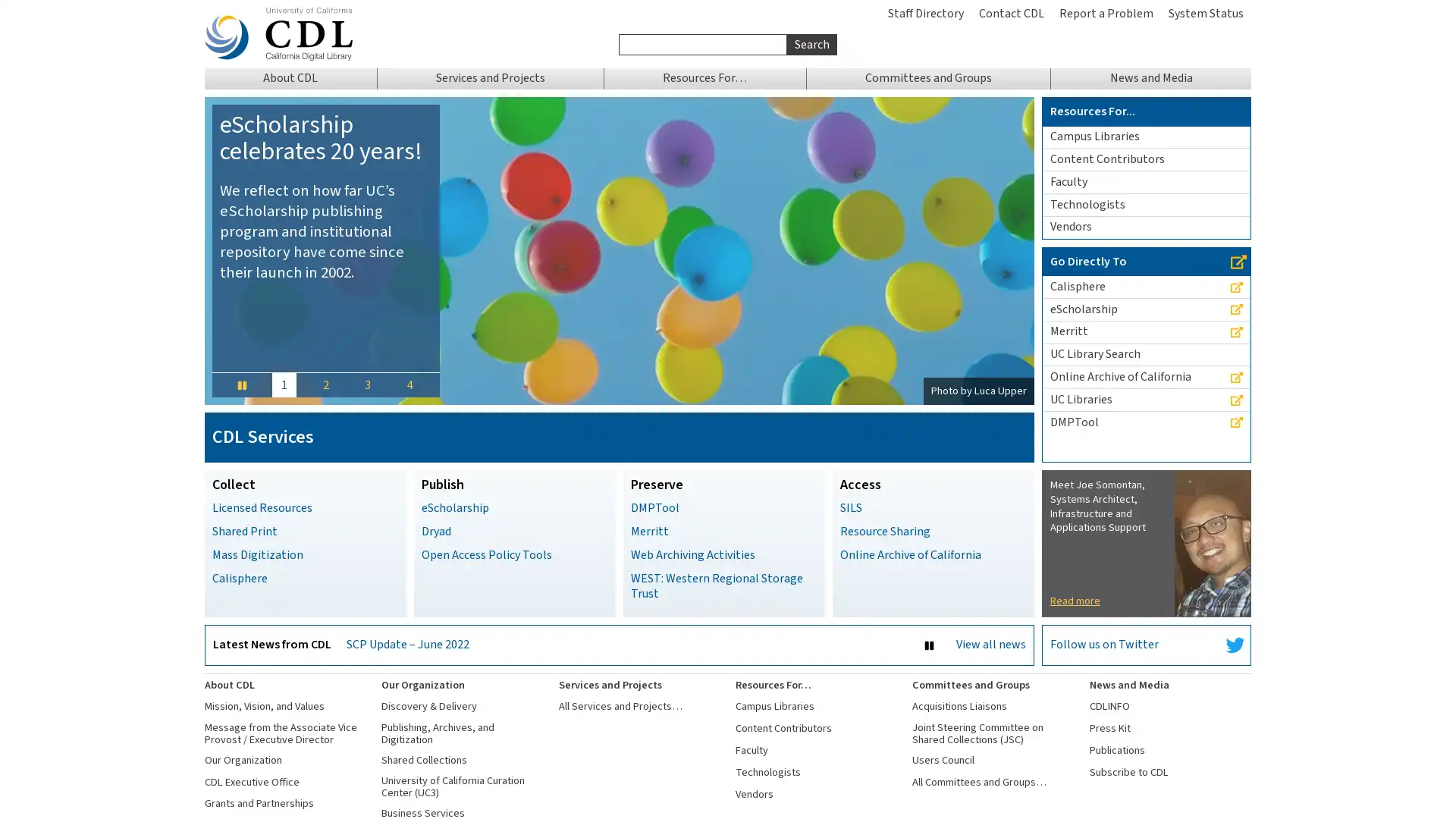 Image resolution: width=1456 pixels, height=819 pixels. What do you see at coordinates (284, 383) in the screenshot?
I see `go to slide 1 of 4` at bounding box center [284, 383].